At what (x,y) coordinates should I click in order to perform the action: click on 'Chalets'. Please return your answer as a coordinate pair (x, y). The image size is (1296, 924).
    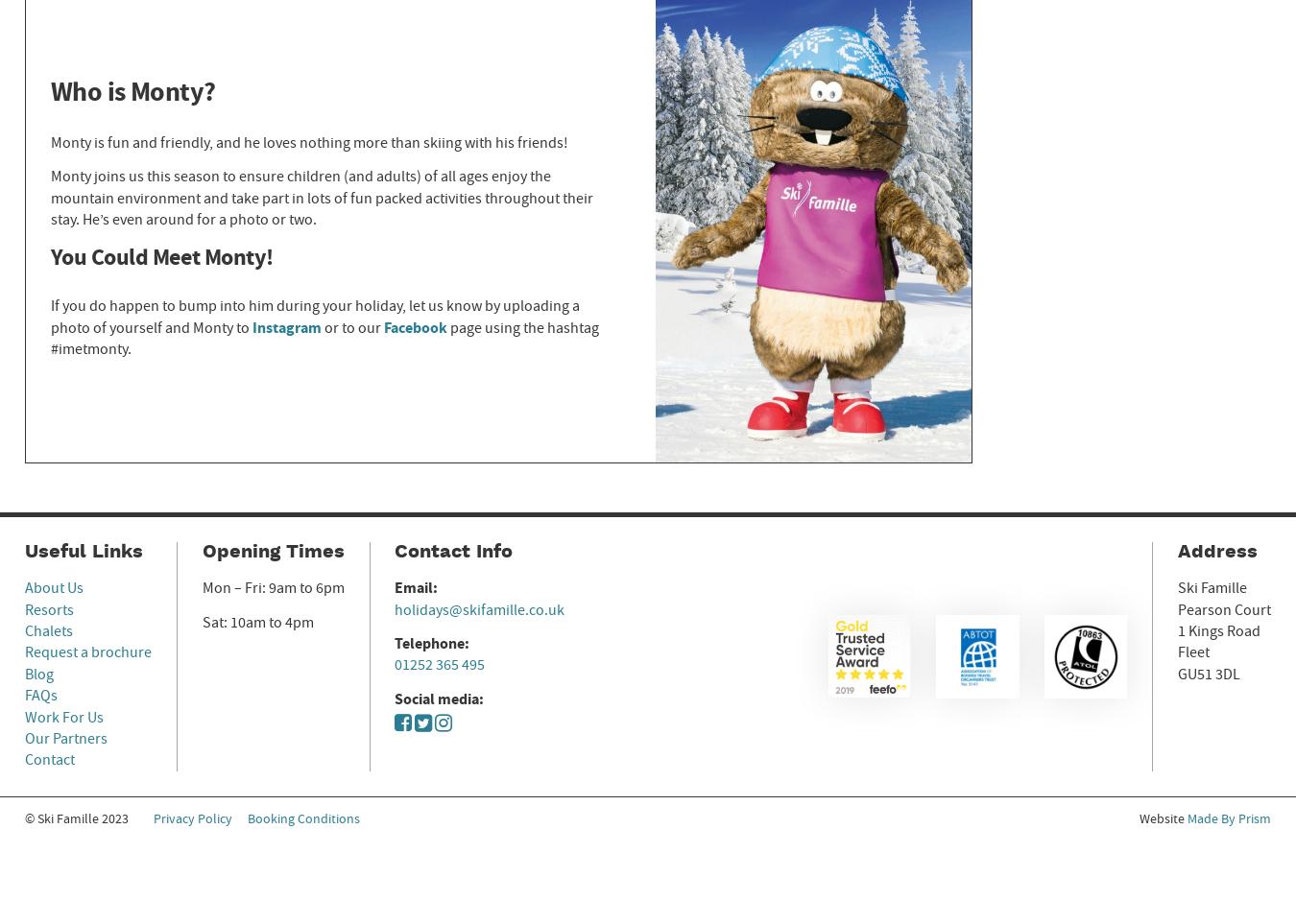
    Looking at the image, I should click on (46, 631).